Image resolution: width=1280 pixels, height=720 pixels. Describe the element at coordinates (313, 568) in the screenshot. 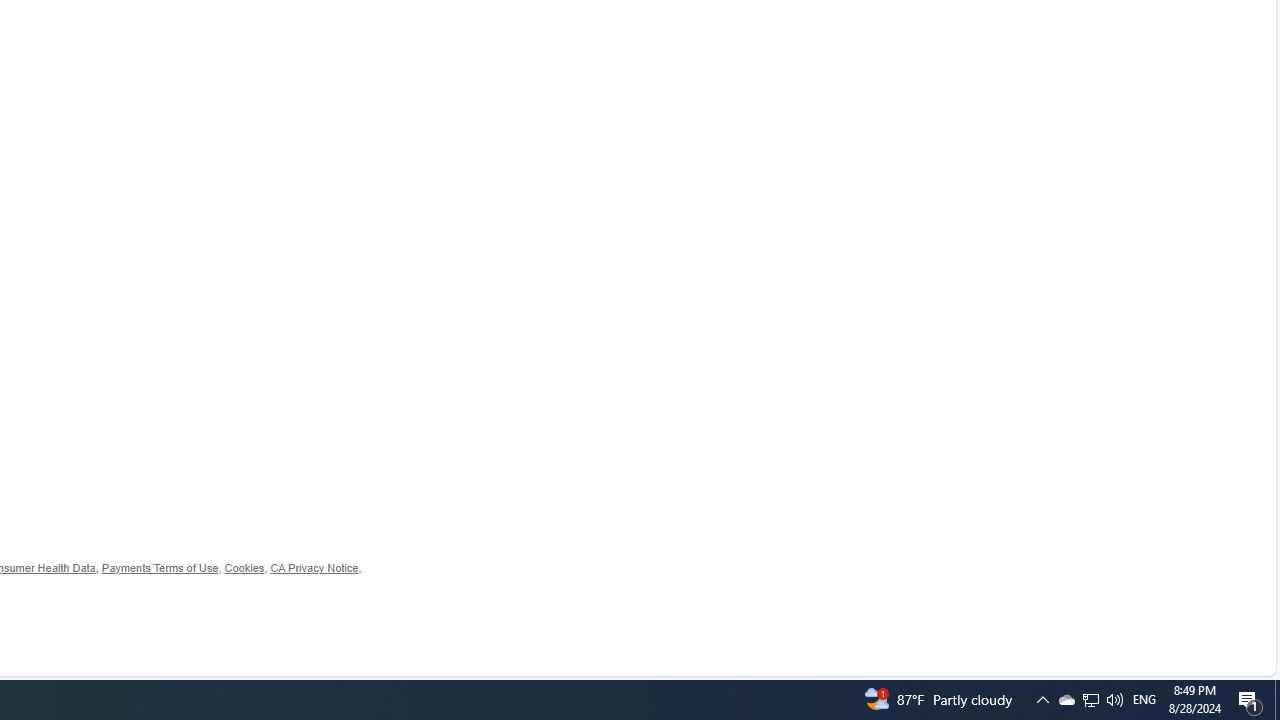

I see `'CA Privacy Notice'` at that location.